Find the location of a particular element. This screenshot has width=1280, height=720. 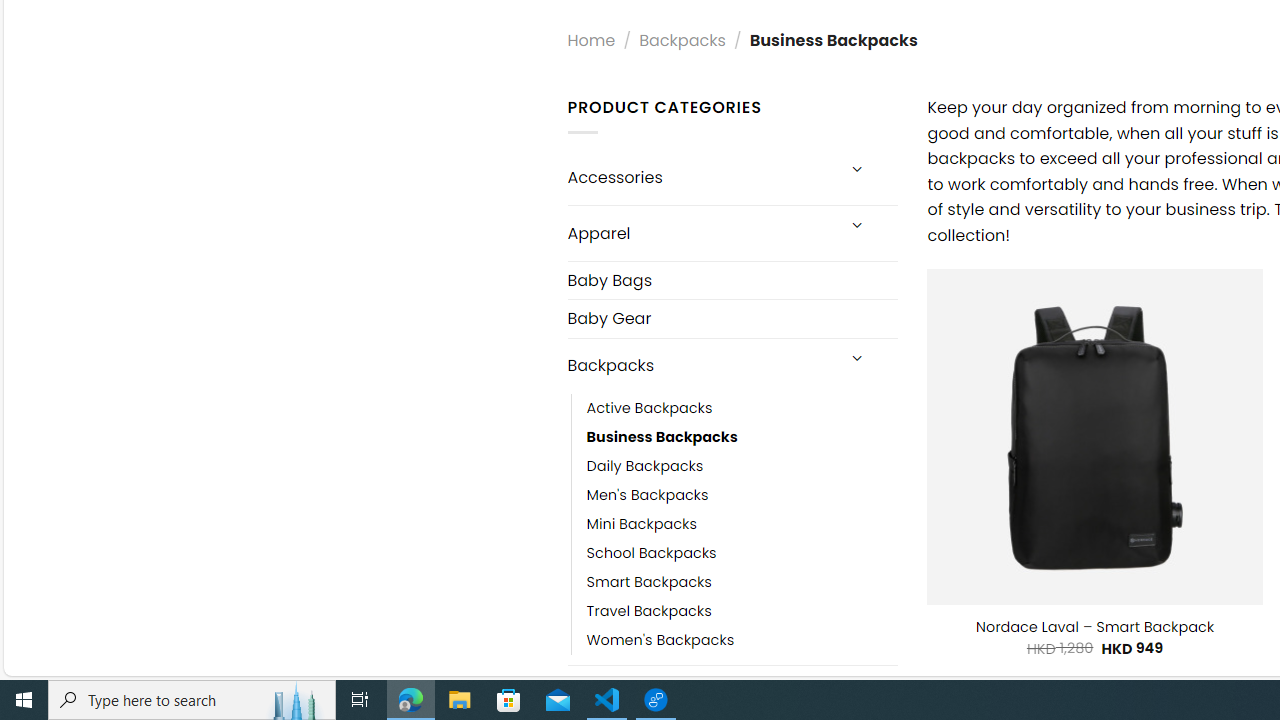

'Backpacks' is located at coordinates (700, 366).